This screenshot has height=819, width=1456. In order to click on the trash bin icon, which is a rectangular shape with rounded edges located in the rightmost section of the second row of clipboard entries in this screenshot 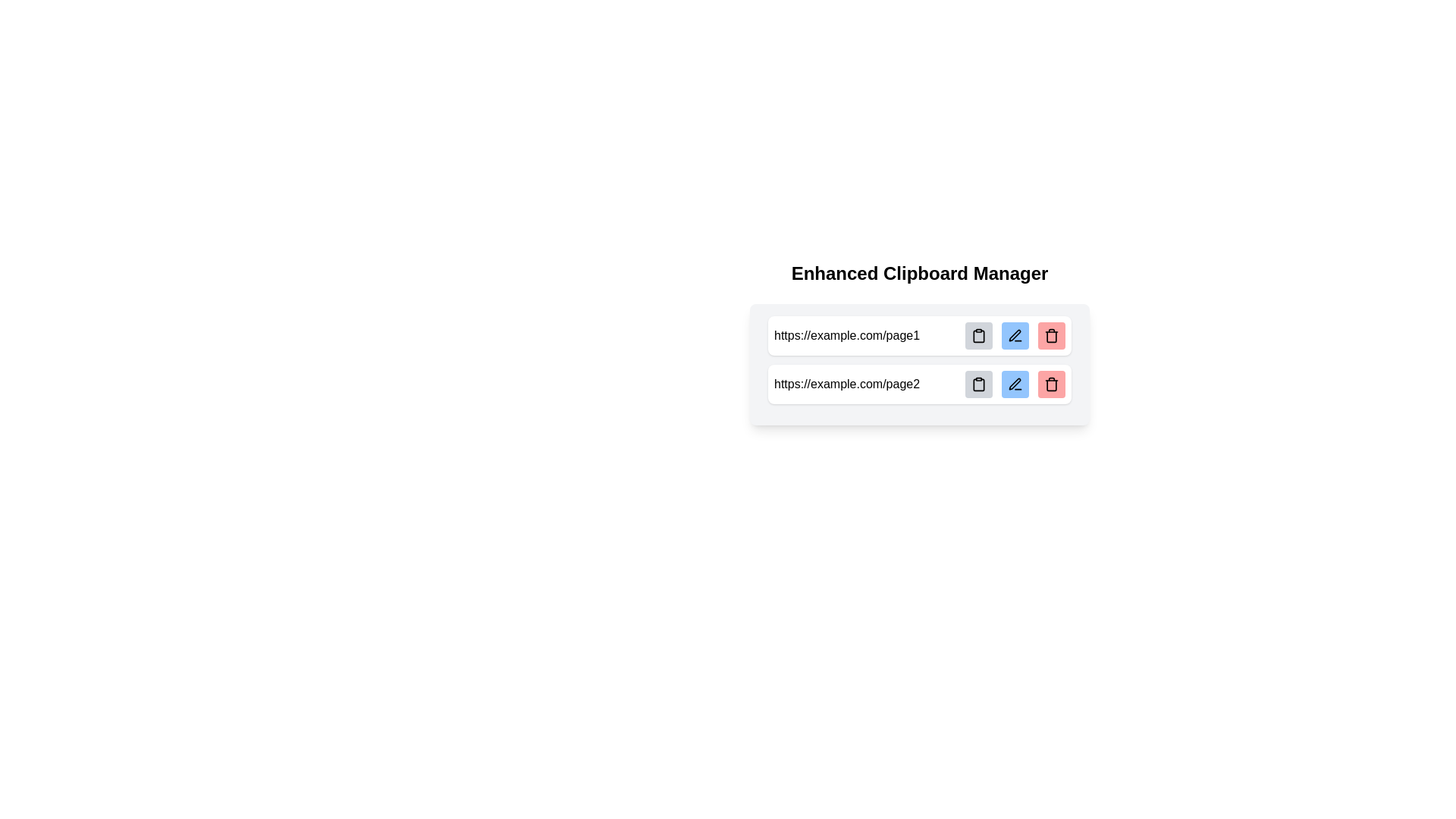, I will do `click(1051, 335)`.